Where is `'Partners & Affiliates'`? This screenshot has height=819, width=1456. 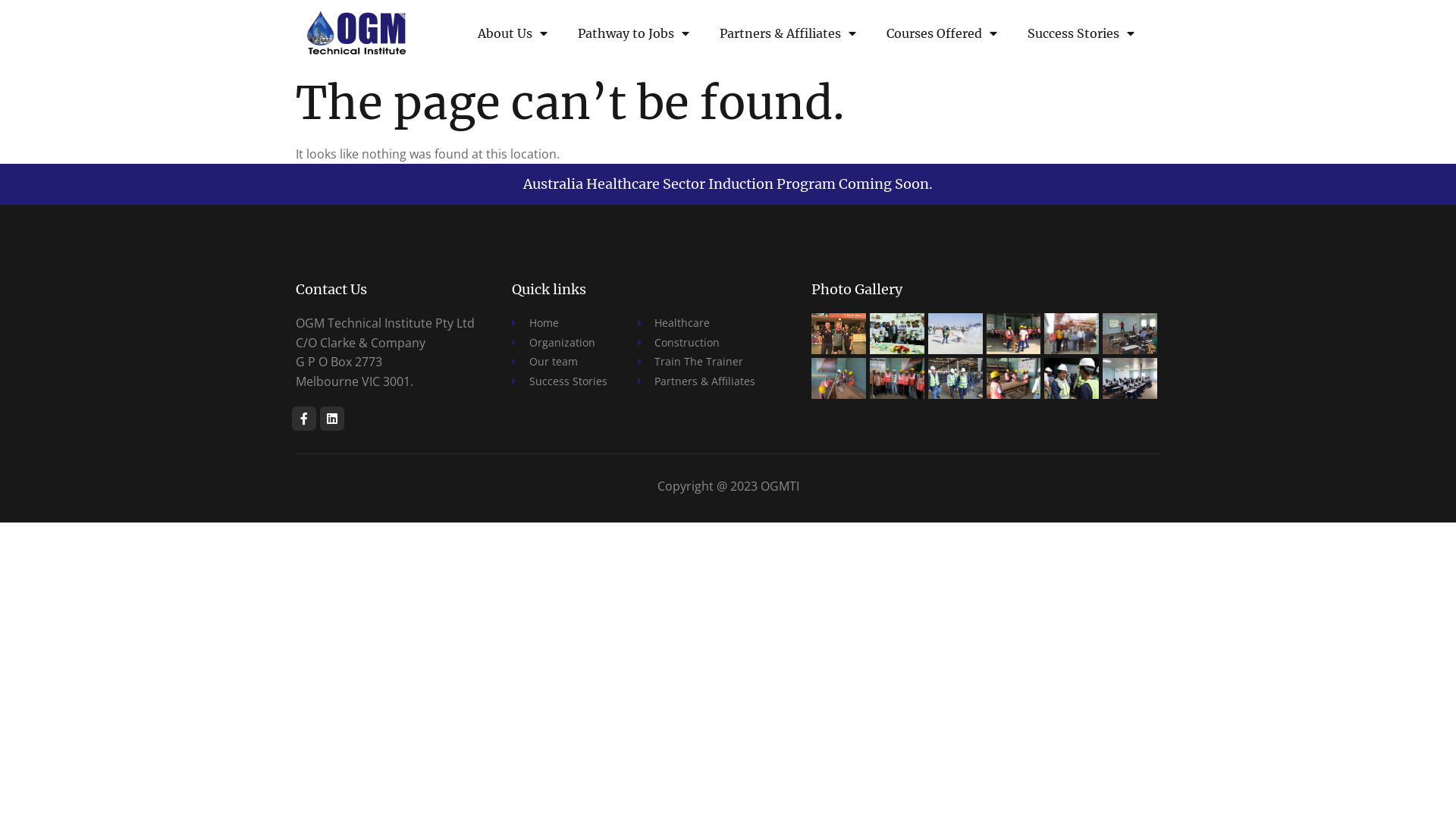
'Partners & Affiliates' is located at coordinates (695, 380).